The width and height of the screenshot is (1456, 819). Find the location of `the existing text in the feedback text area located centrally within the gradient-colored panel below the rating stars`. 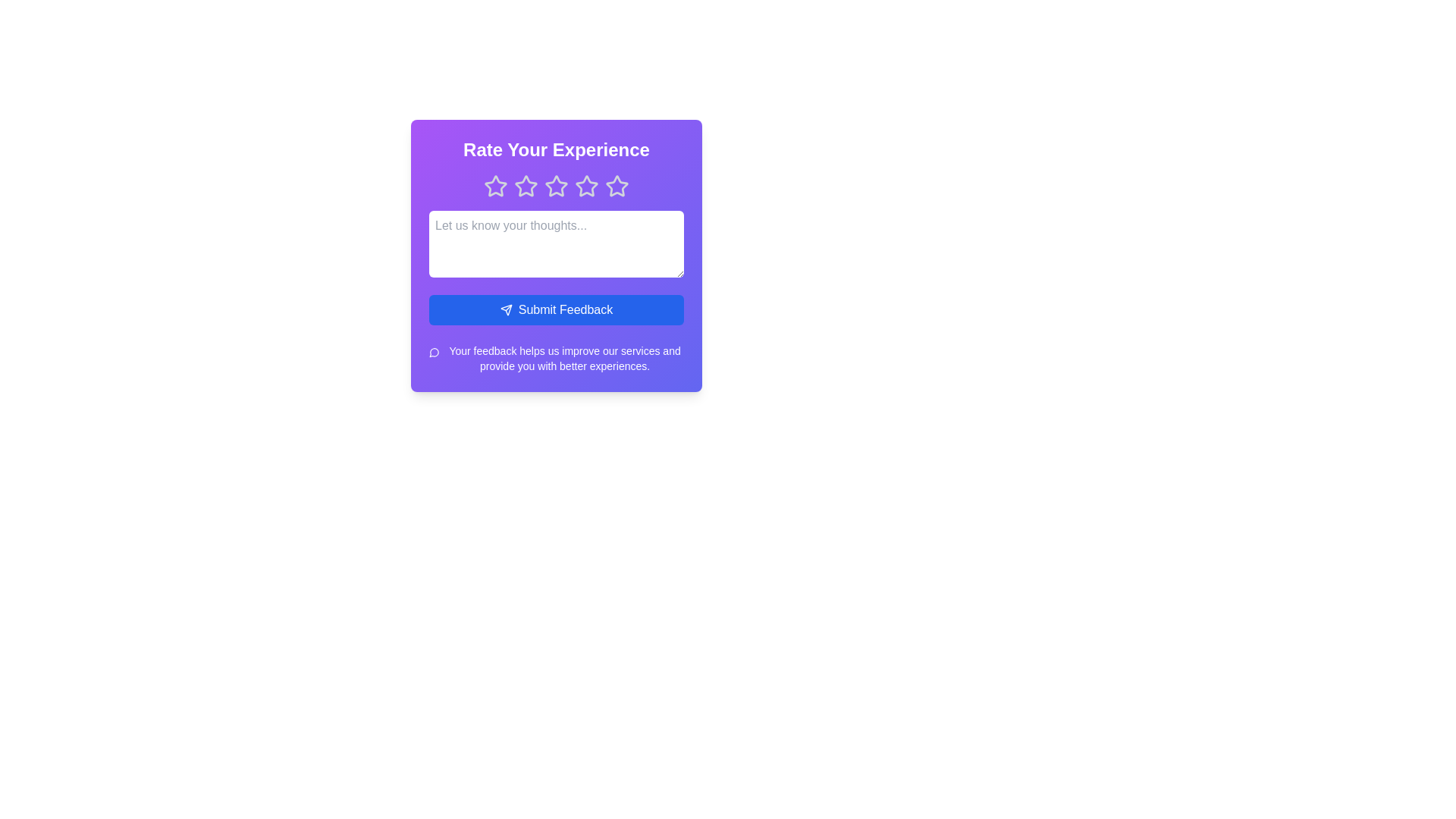

the existing text in the feedback text area located centrally within the gradient-colored panel below the rating stars is located at coordinates (556, 243).